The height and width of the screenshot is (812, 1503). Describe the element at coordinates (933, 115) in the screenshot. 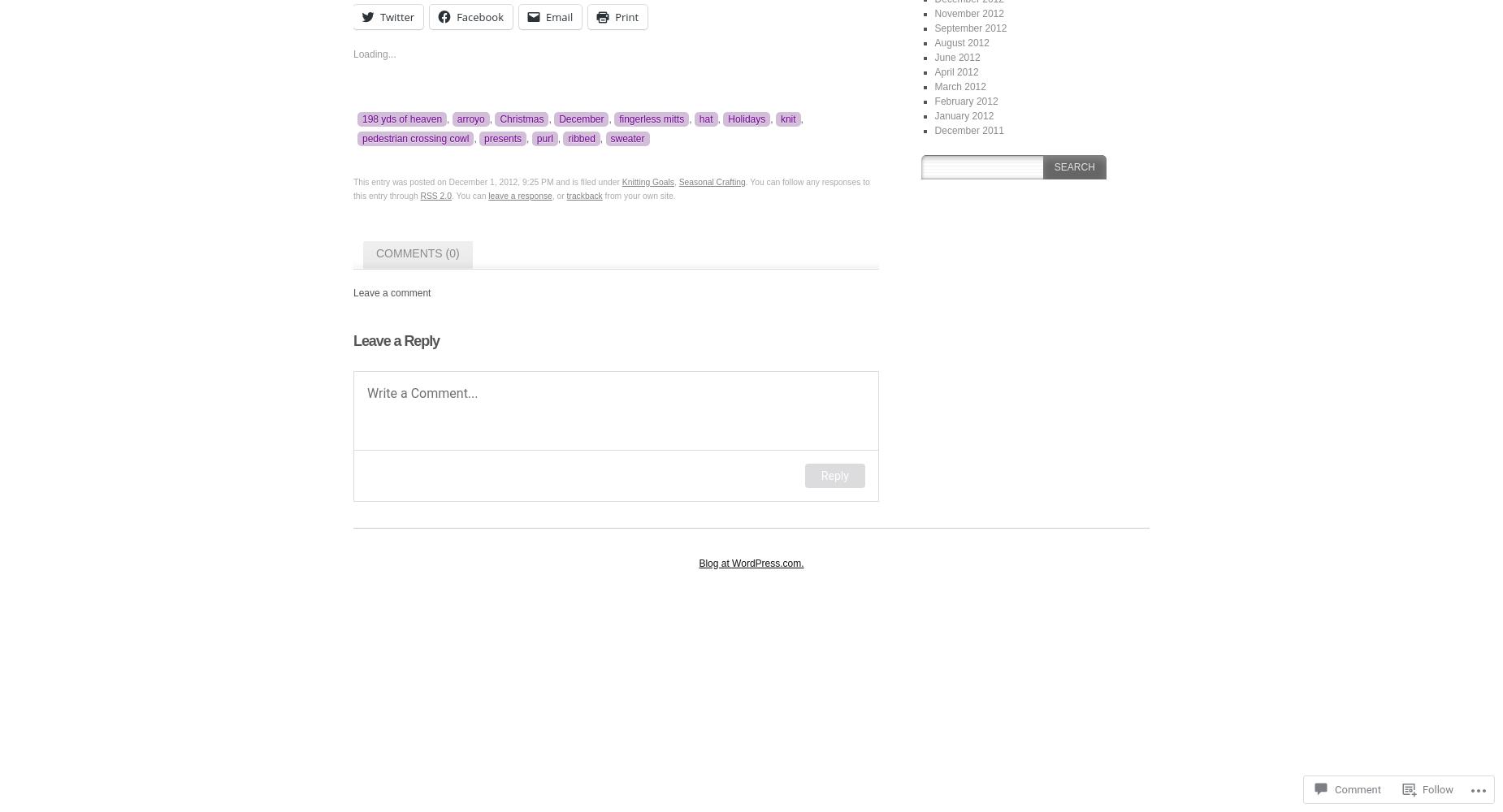

I see `'January 2012'` at that location.